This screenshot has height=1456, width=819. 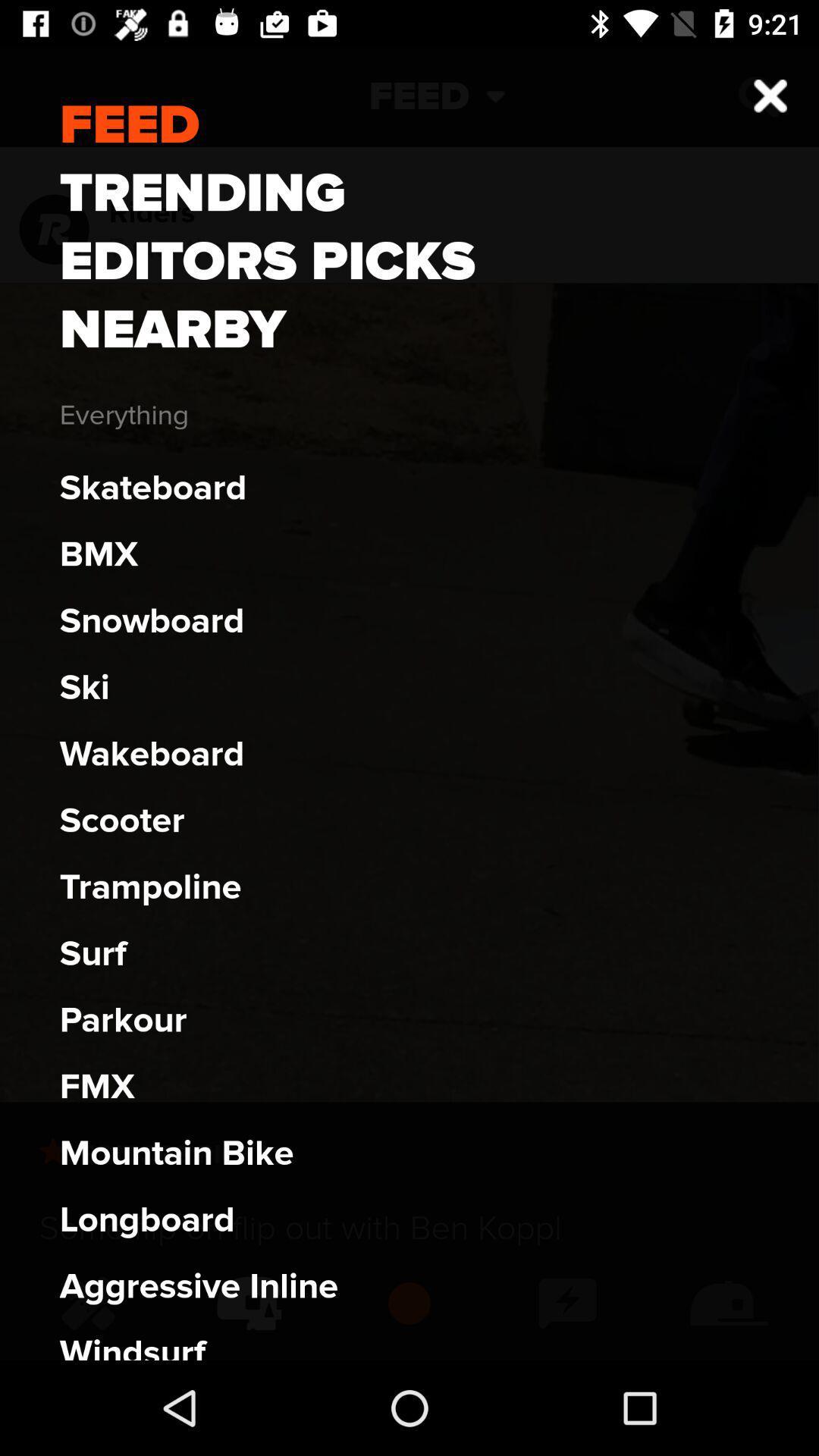 I want to click on the expand_more icon, so click(x=507, y=96).